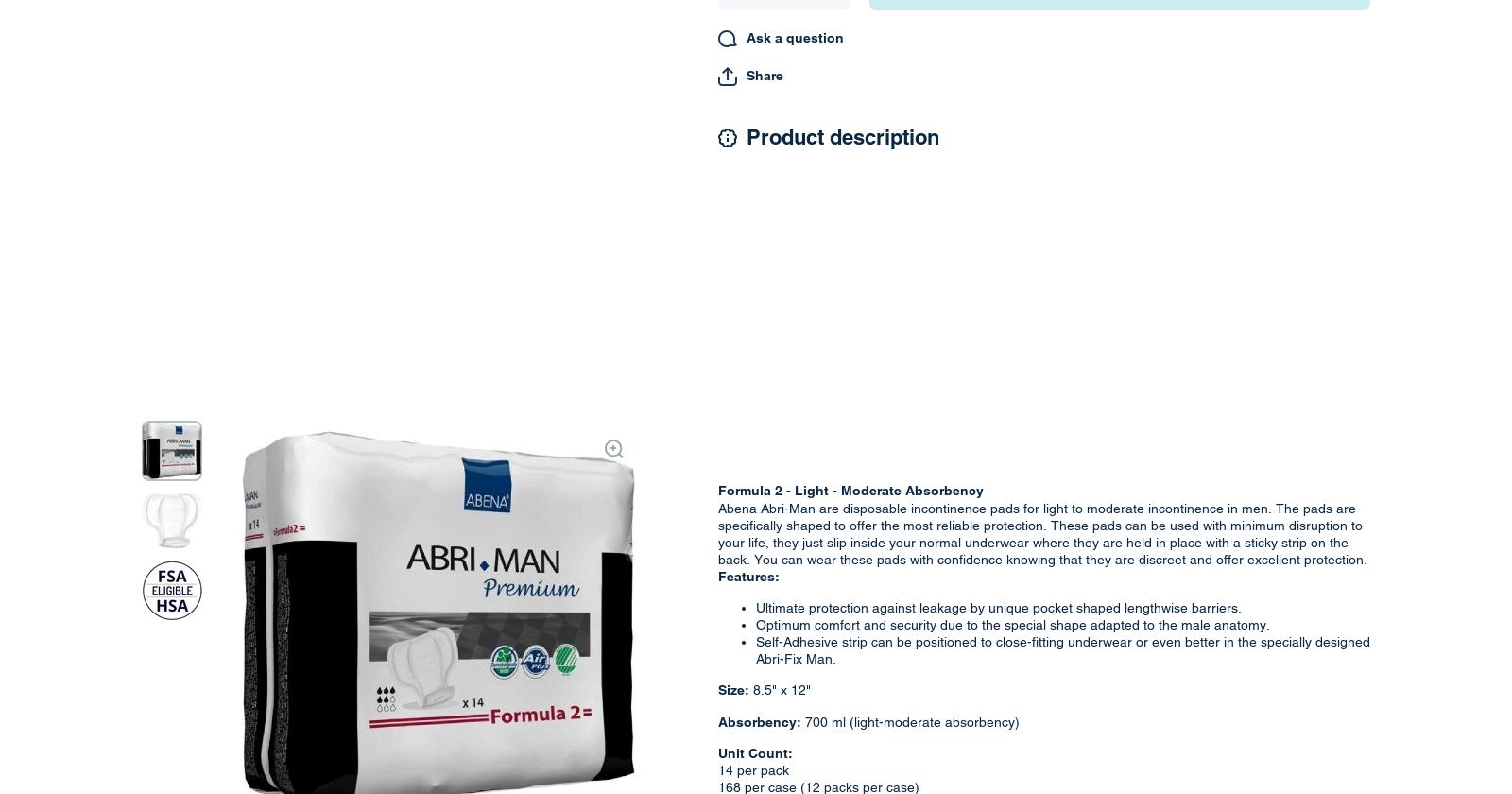 This screenshot has height=794, width=1512. What do you see at coordinates (415, 332) in the screenshot?
I see `'Company'` at bounding box center [415, 332].